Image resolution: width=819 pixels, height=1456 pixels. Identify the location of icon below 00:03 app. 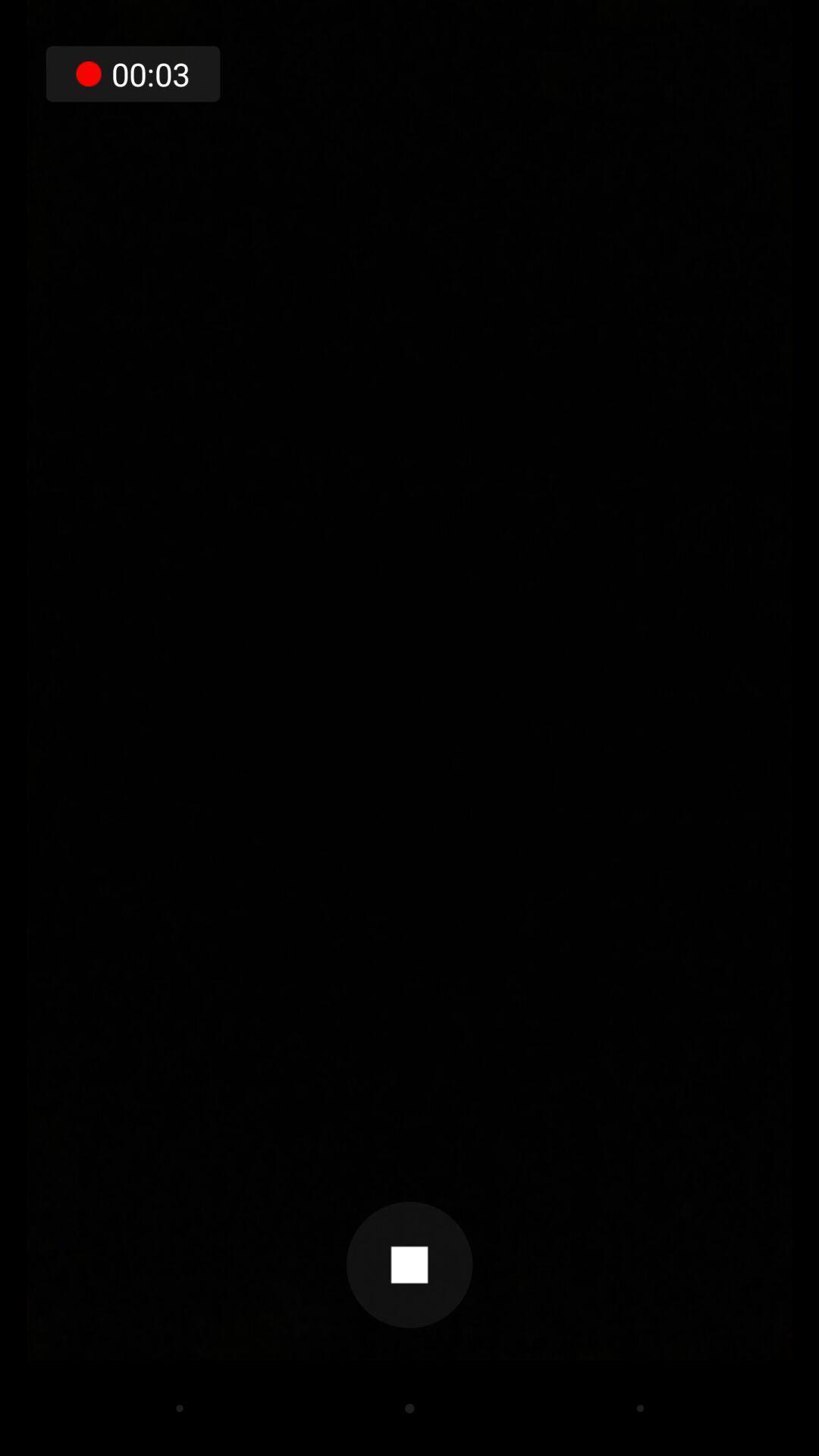
(409, 1265).